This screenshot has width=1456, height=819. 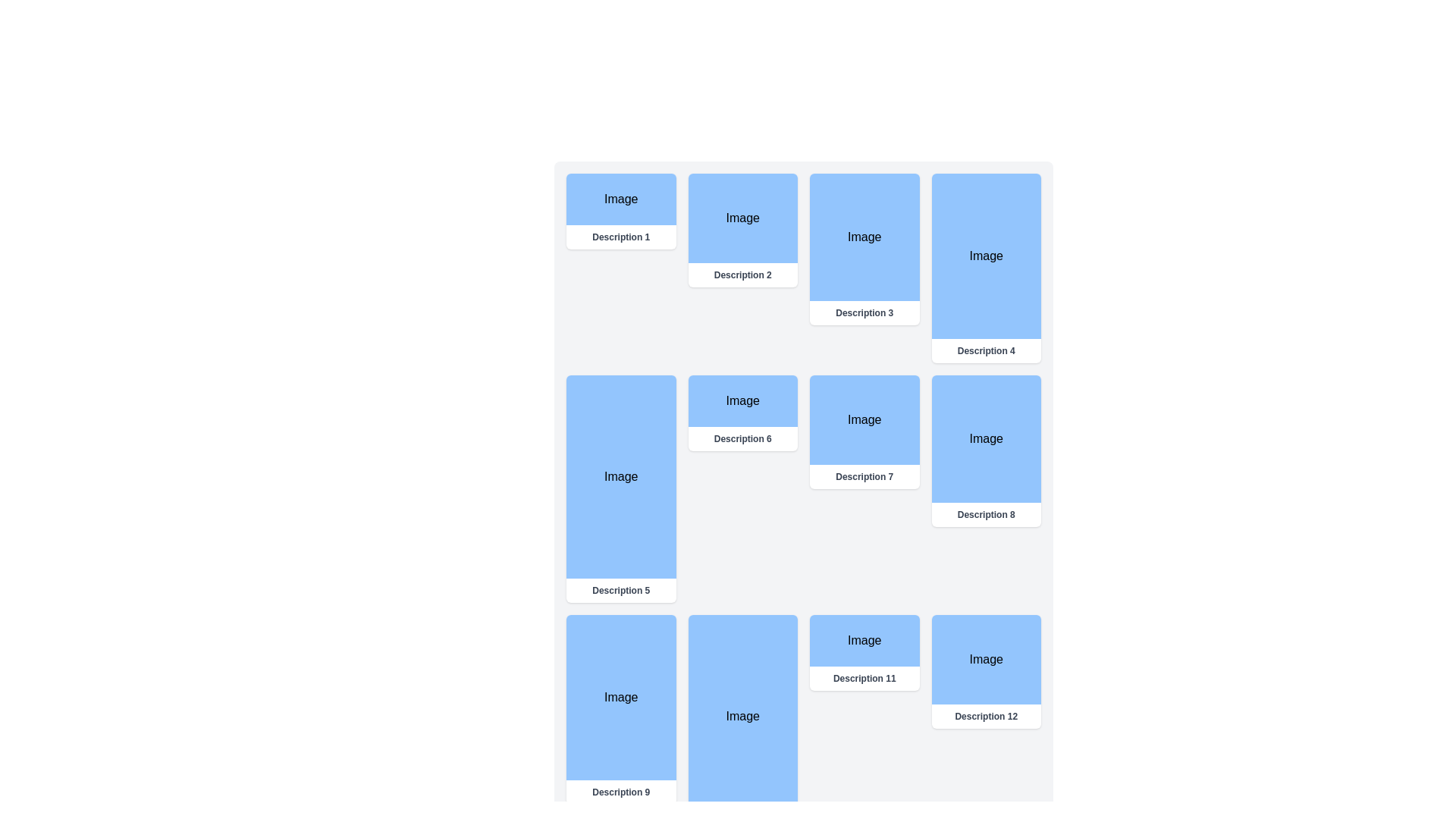 I want to click on the Descriptive Card that has a light blue background with the text 'Image' in black and 'Description 5' in gray below it, located in the second row of the grid layout, so click(x=621, y=488).